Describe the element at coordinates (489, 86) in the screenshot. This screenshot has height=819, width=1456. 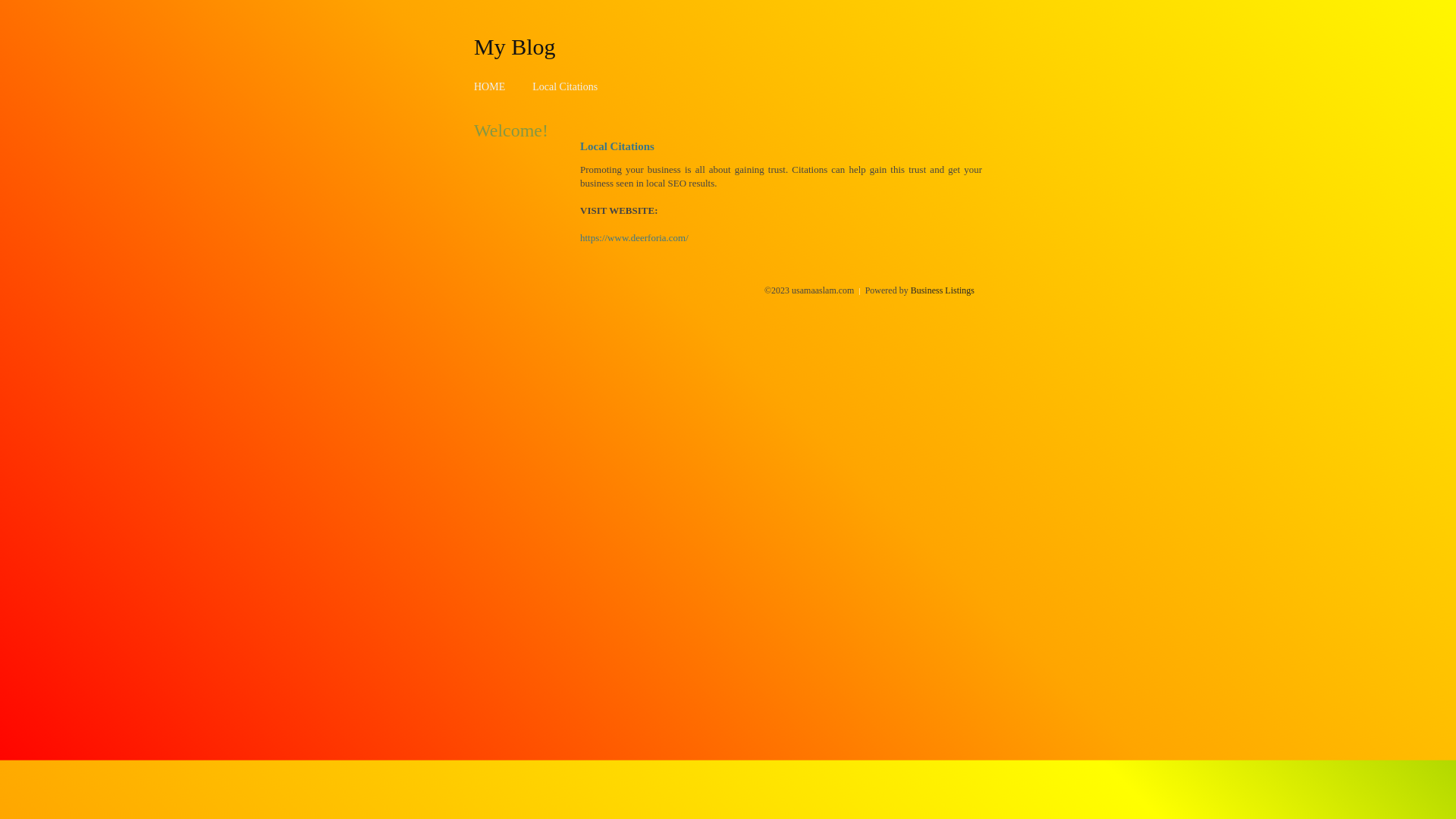
I see `'HOME'` at that location.